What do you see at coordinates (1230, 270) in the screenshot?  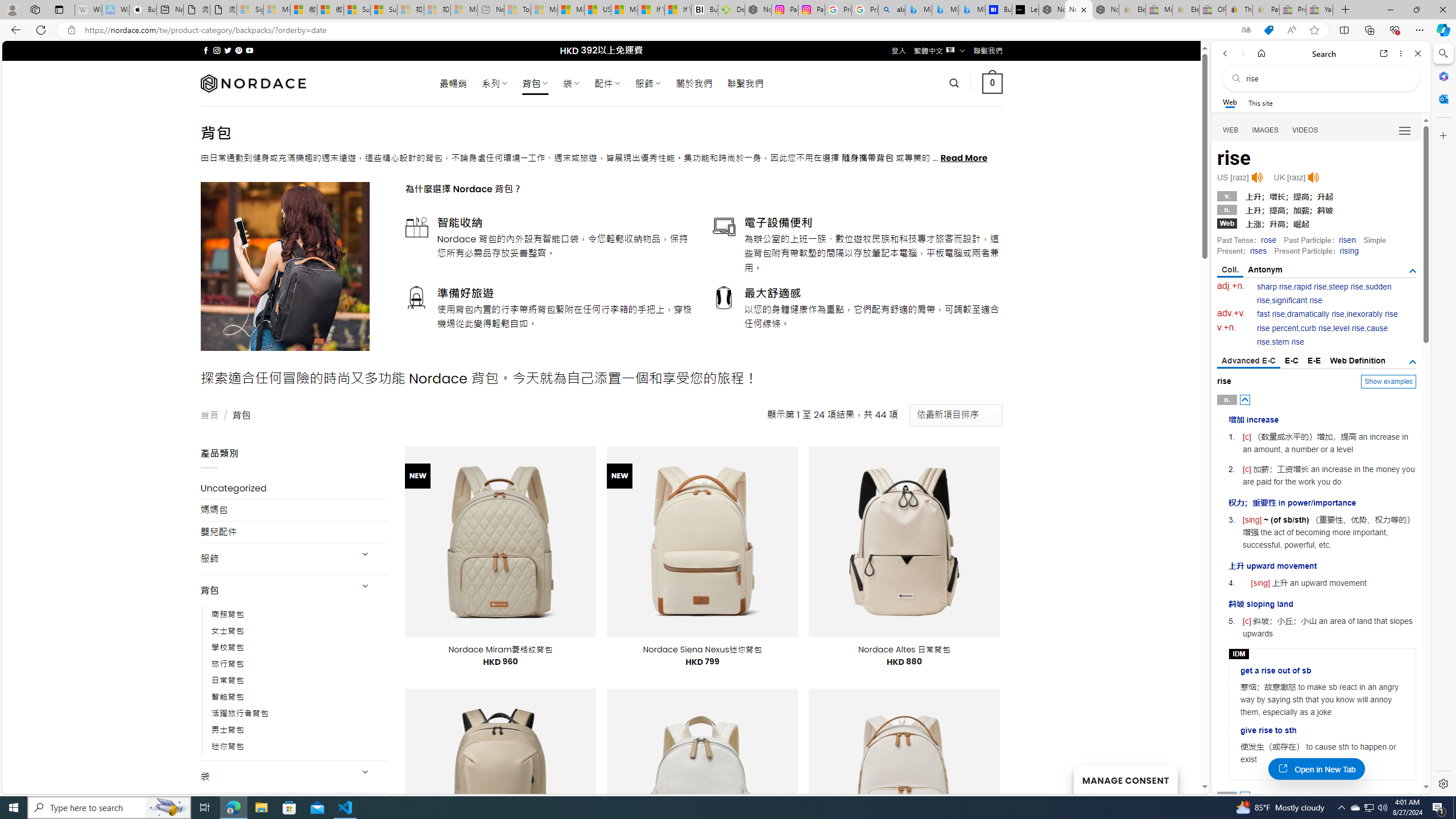 I see `'Coll.'` at bounding box center [1230, 270].